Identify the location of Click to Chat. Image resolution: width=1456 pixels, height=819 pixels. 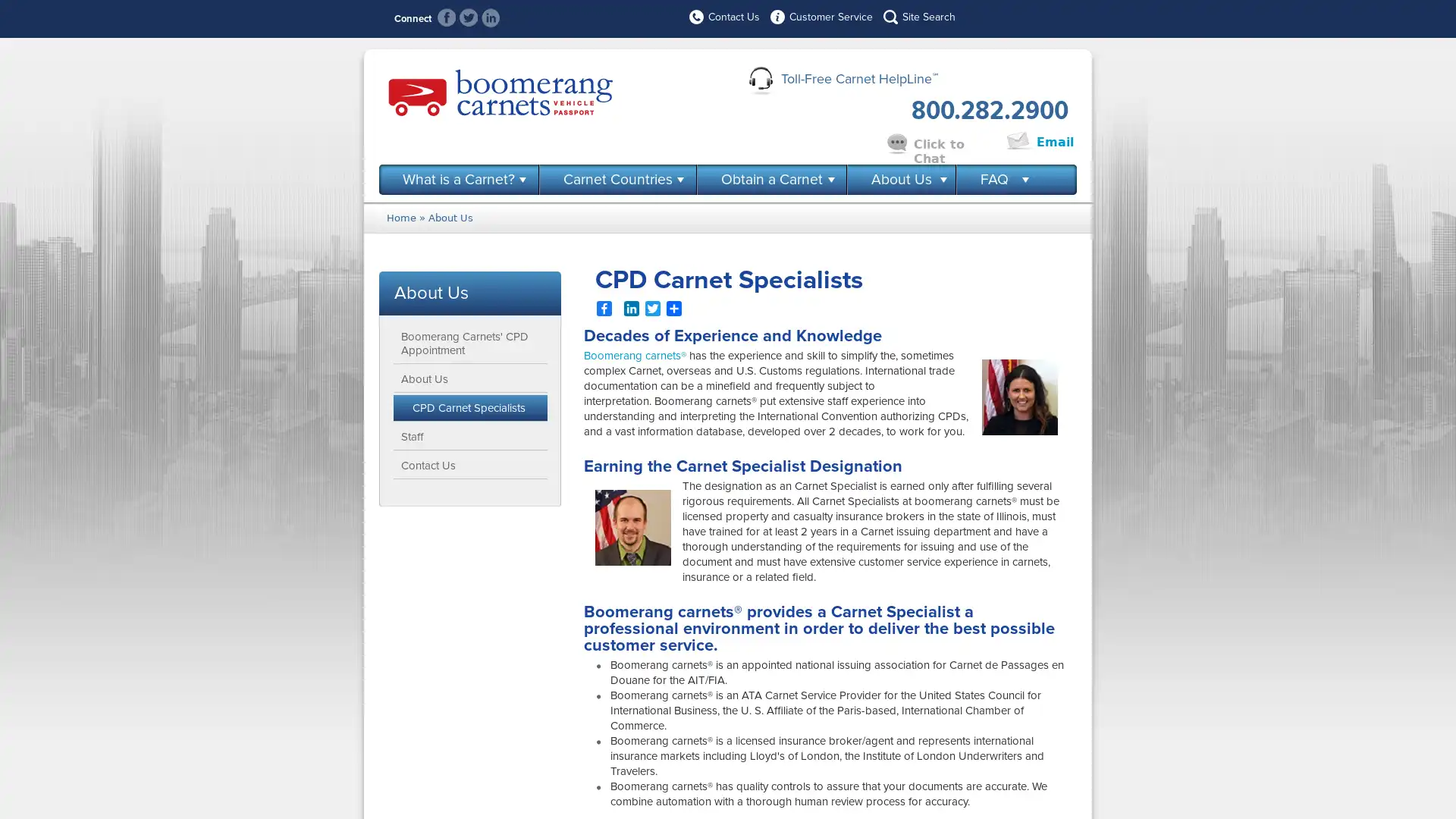
(952, 143).